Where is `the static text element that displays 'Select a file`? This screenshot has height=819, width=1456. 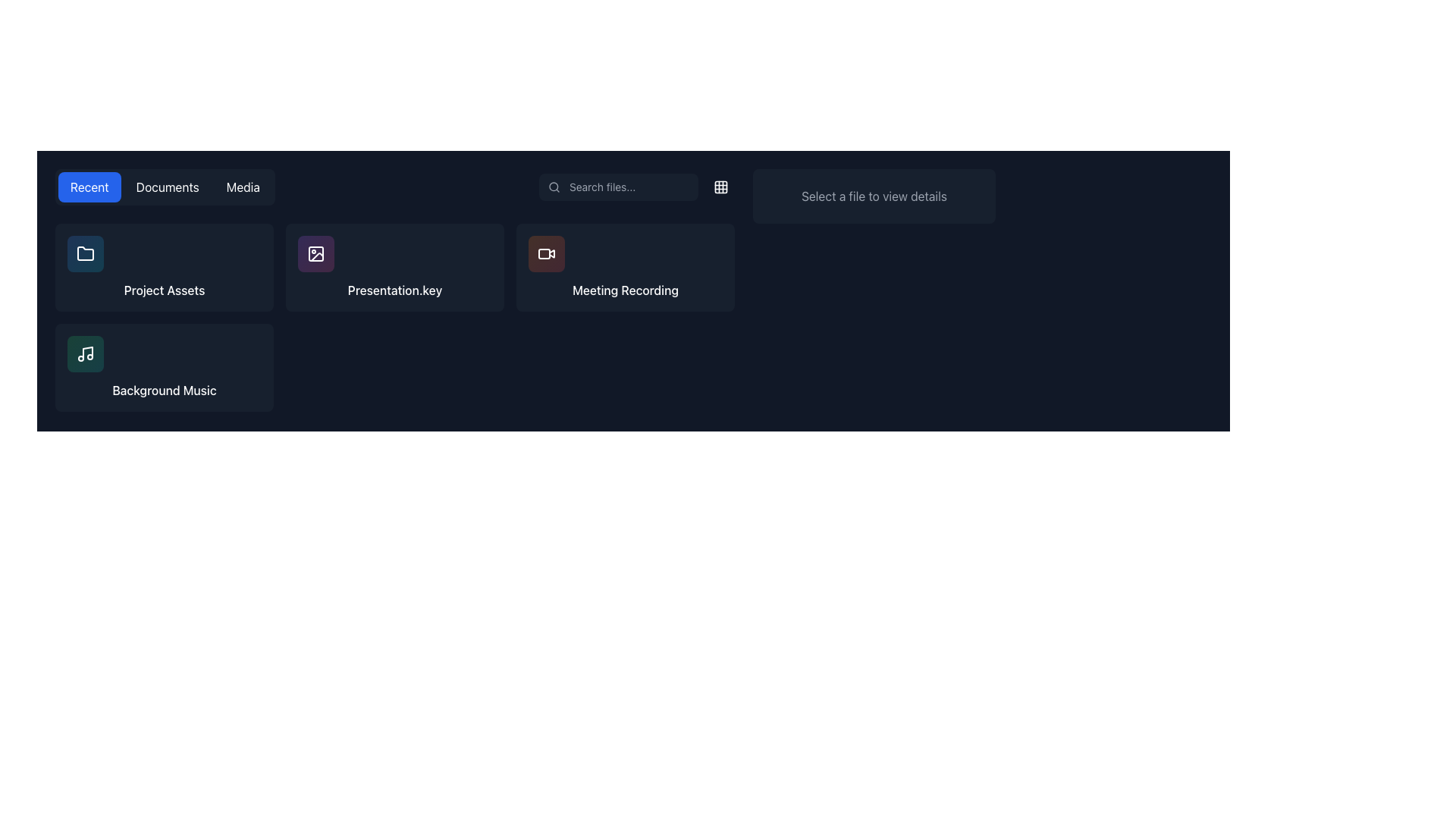 the static text element that displays 'Select a file is located at coordinates (874, 195).